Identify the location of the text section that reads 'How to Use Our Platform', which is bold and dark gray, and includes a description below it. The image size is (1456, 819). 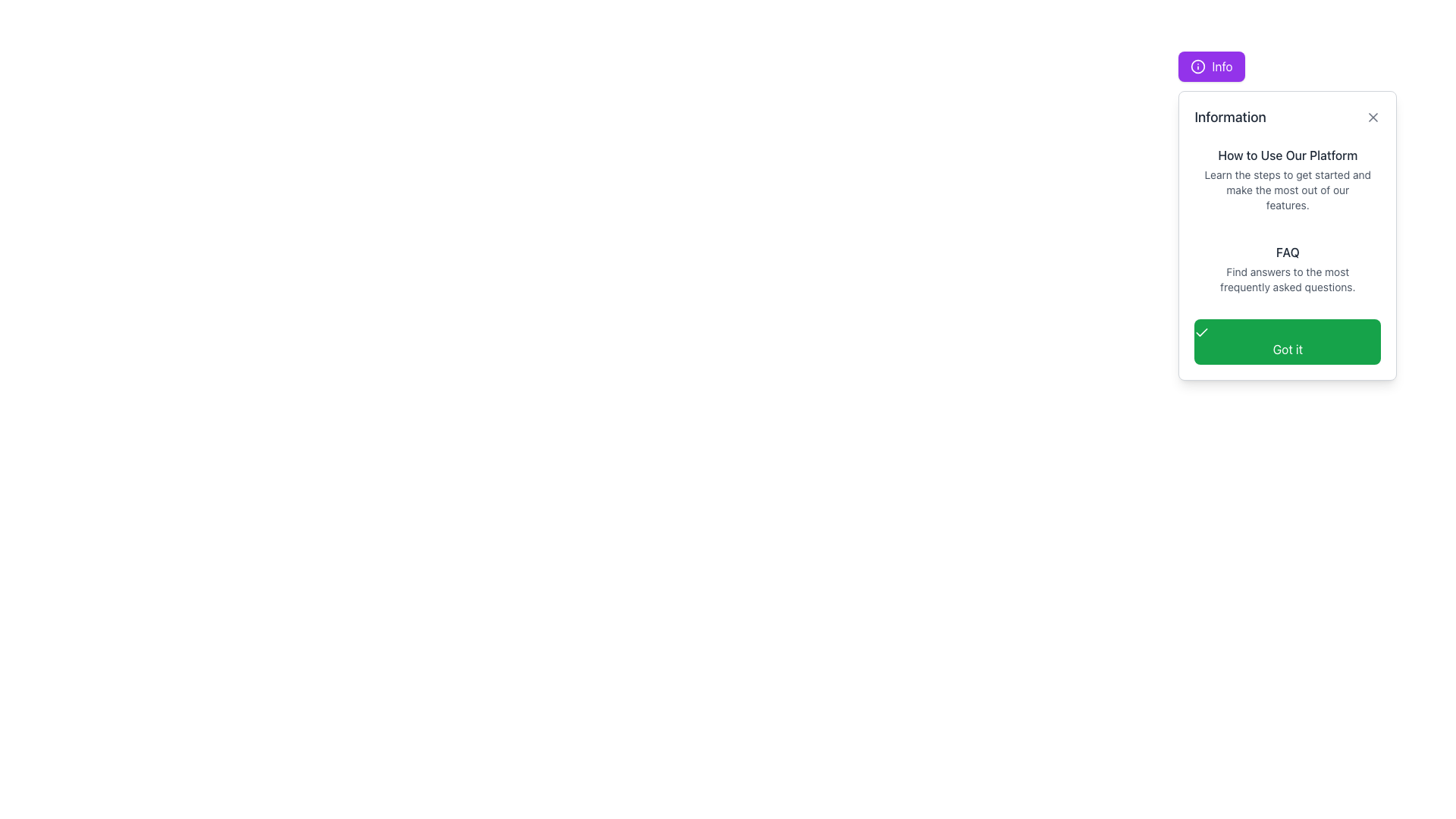
(1287, 178).